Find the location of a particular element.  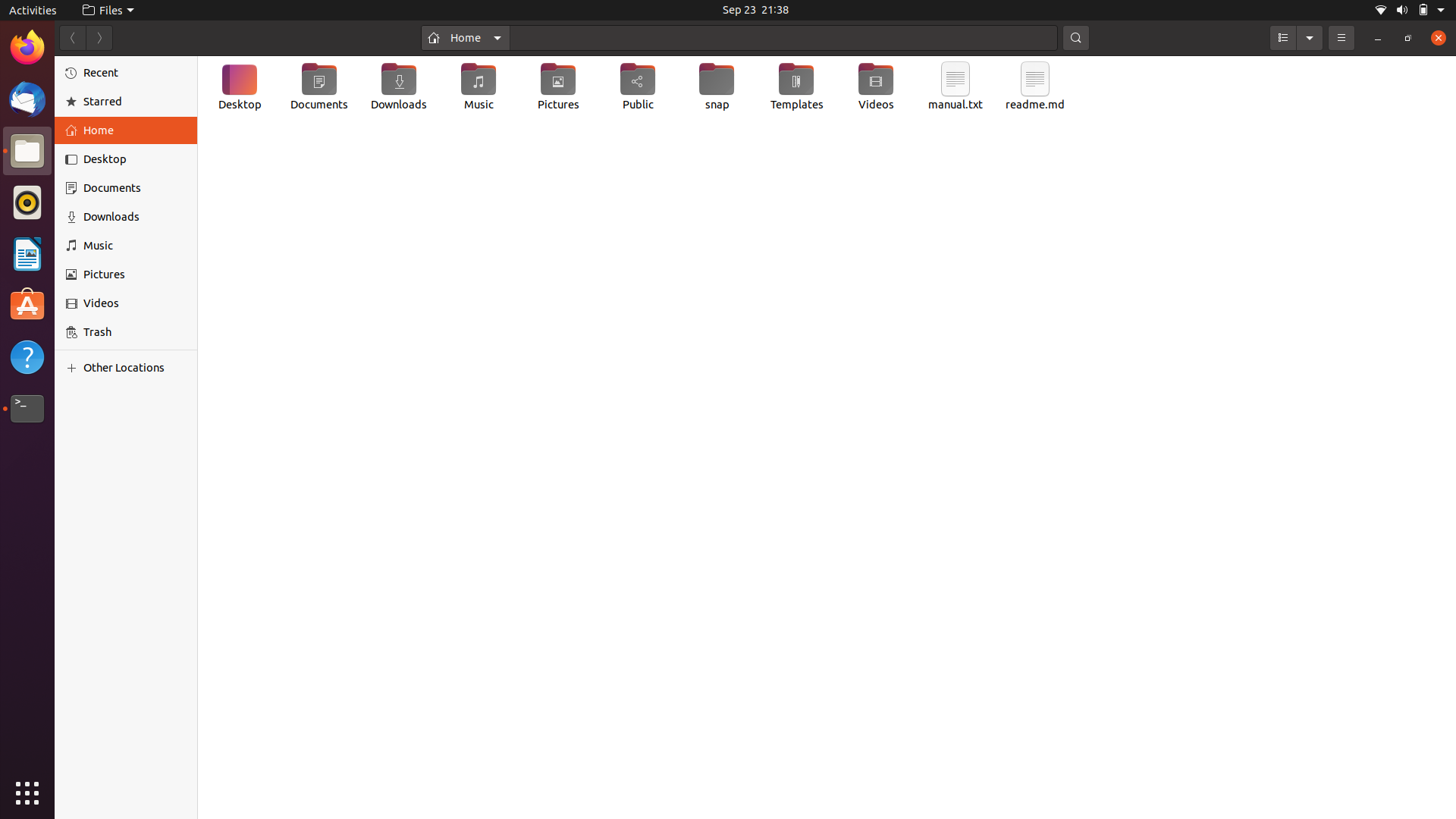

In the home folder, find the text file "helloworld.txt" is located at coordinates (785, 36).